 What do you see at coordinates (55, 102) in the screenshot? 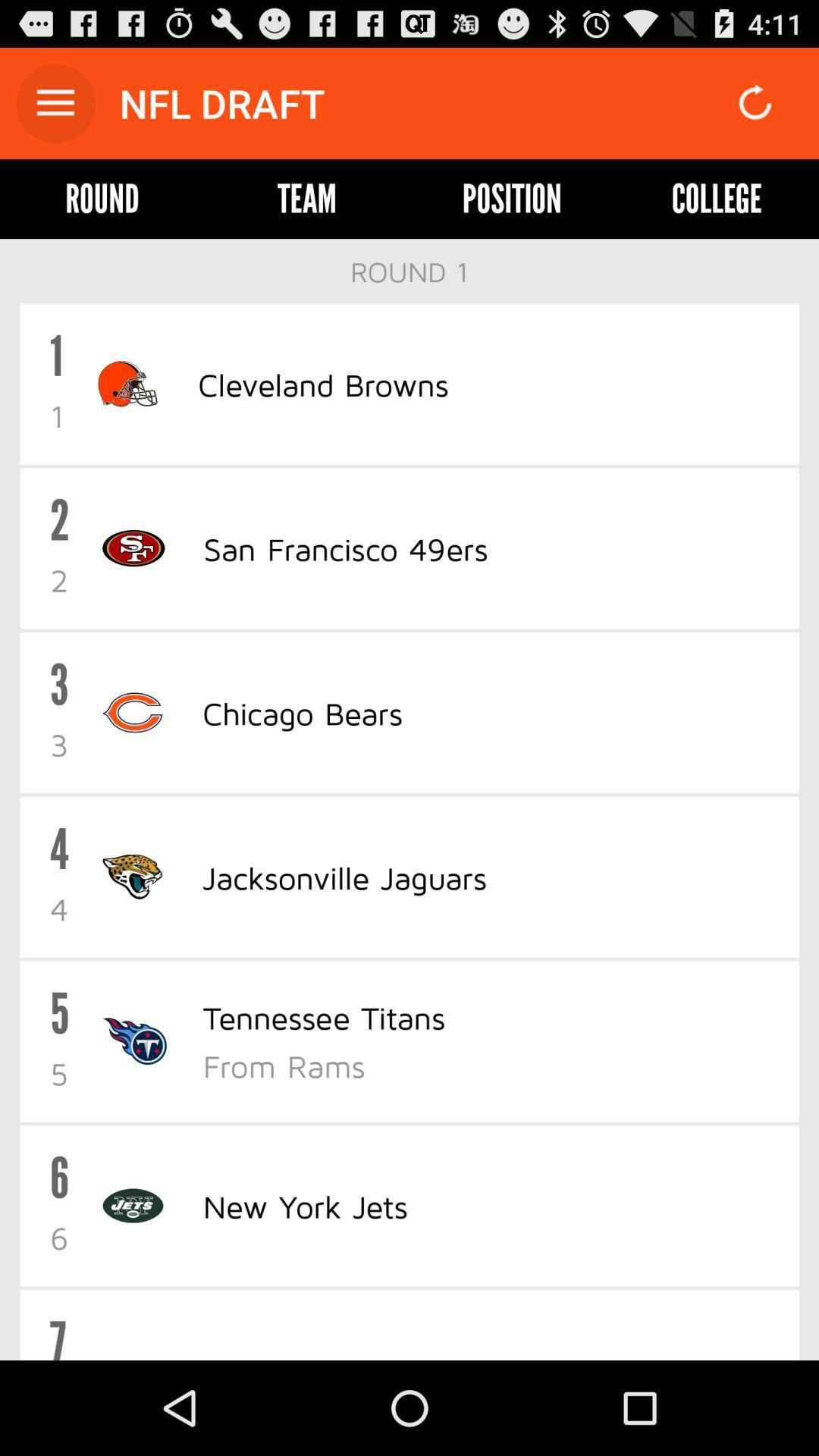
I see `the item next to nfl draft app` at bounding box center [55, 102].